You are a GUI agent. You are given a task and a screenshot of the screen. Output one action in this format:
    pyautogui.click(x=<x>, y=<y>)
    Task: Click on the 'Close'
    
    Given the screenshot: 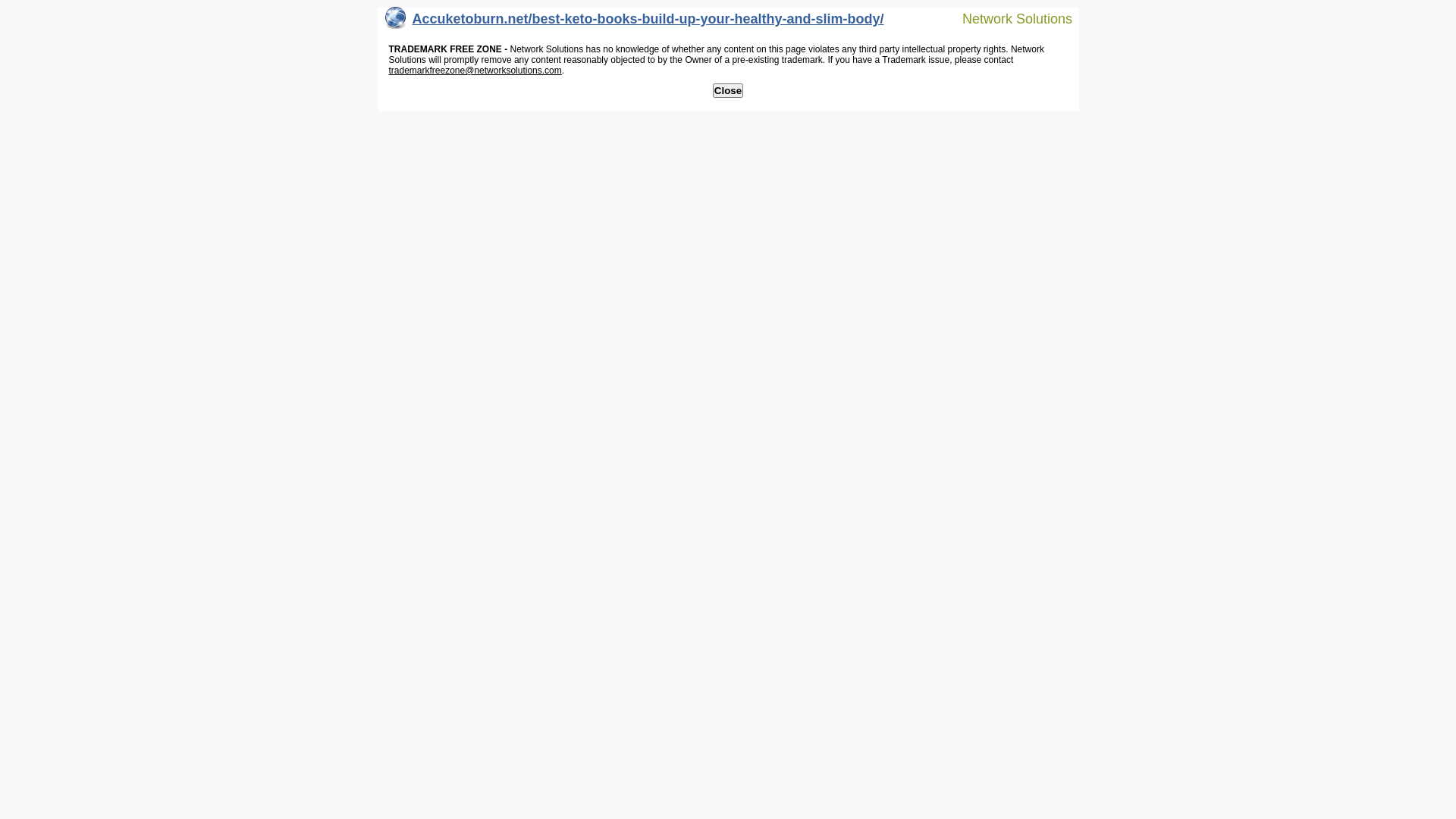 What is the action you would take?
    pyautogui.click(x=728, y=90)
    